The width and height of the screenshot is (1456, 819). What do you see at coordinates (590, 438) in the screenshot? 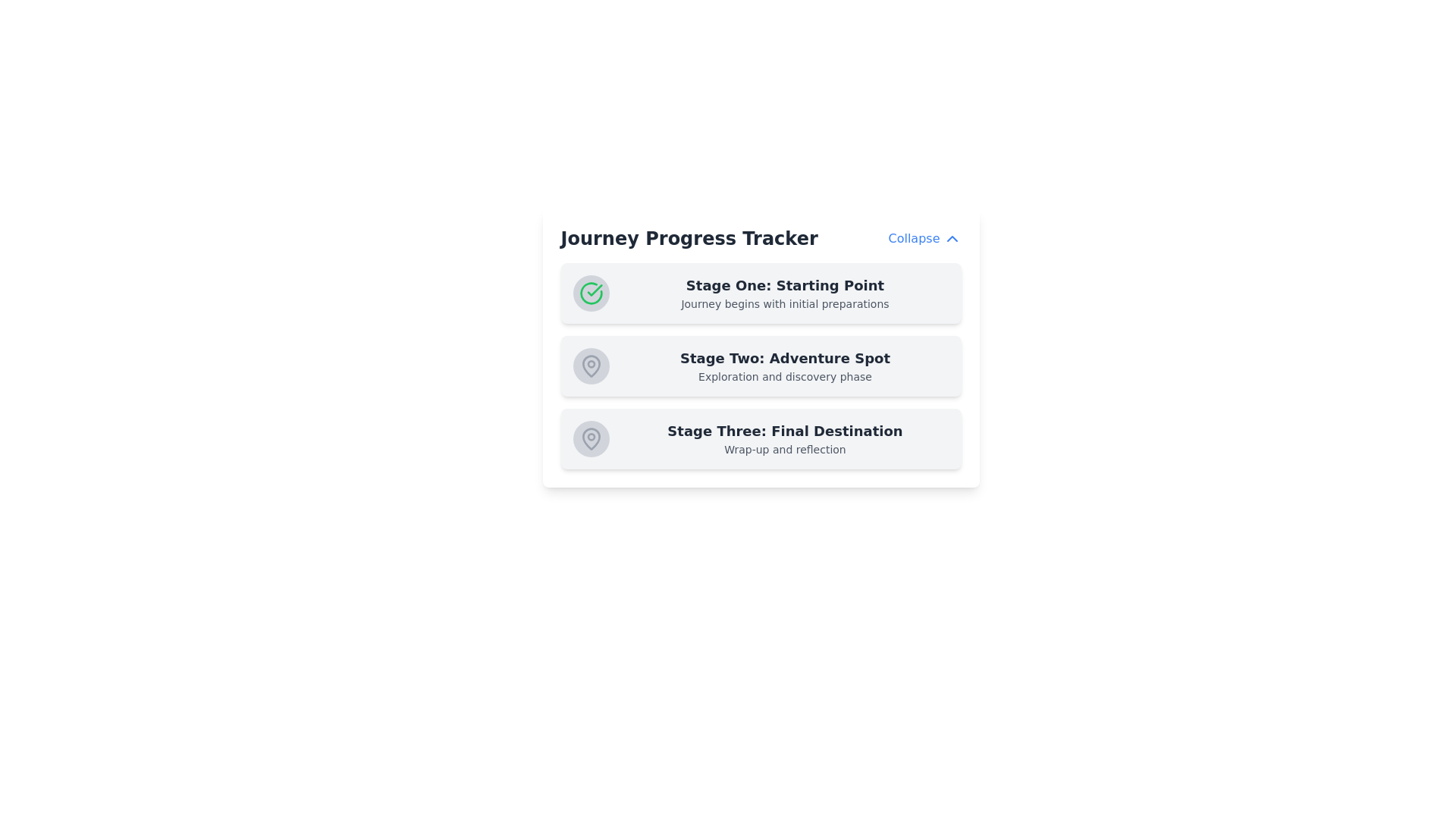
I see `the map pin icon within the circular button in the third item of the vertically stacked progress tracker` at bounding box center [590, 438].